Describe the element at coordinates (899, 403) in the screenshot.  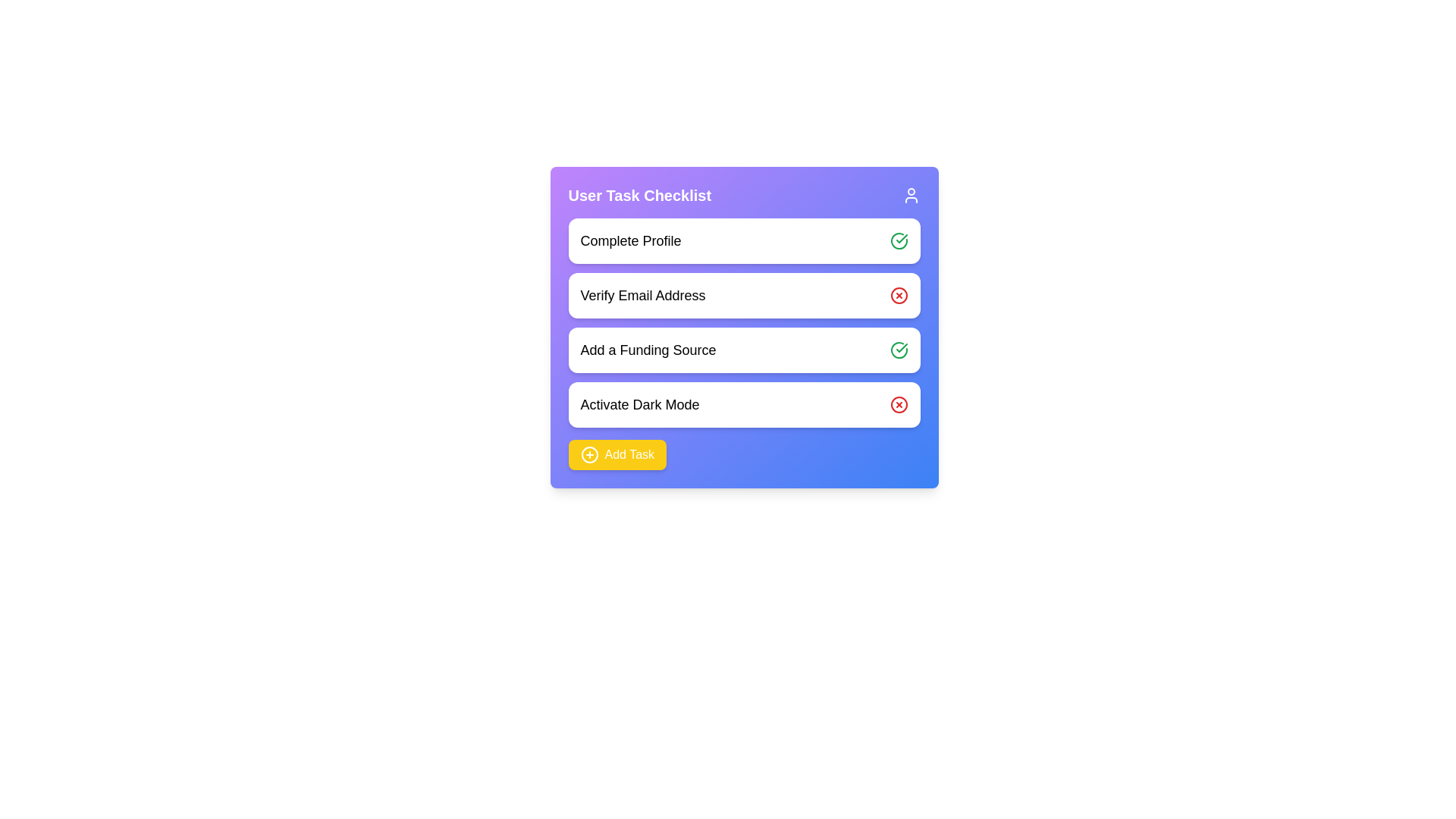
I see `the SVG Icon that represents a failed or negative state, located in the fourth row of the checklist, to the right of the 'Activate Dark Mode' label` at that location.